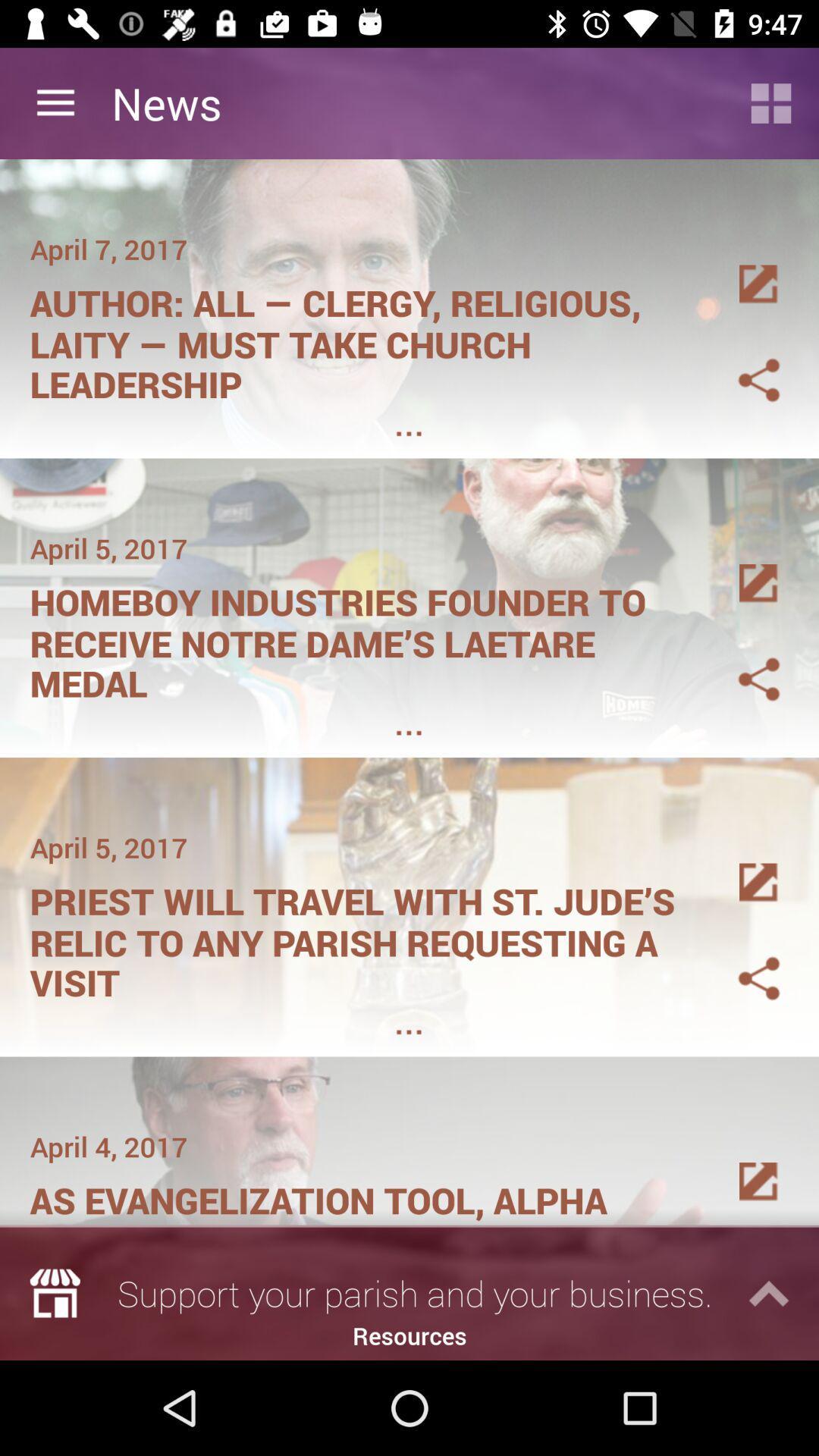 The height and width of the screenshot is (1456, 819). I want to click on item to the left of news icon, so click(55, 102).